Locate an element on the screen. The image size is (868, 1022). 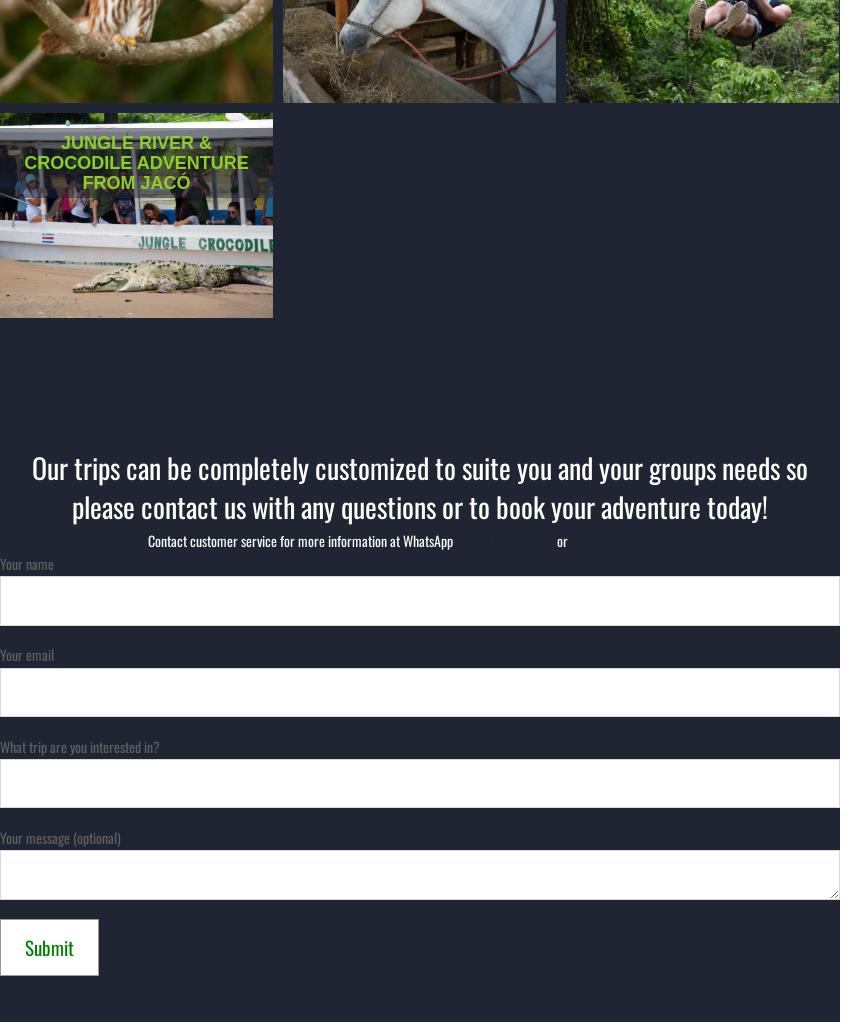
'Contact customer service for more information at WhatsApp' is located at coordinates (299, 539).